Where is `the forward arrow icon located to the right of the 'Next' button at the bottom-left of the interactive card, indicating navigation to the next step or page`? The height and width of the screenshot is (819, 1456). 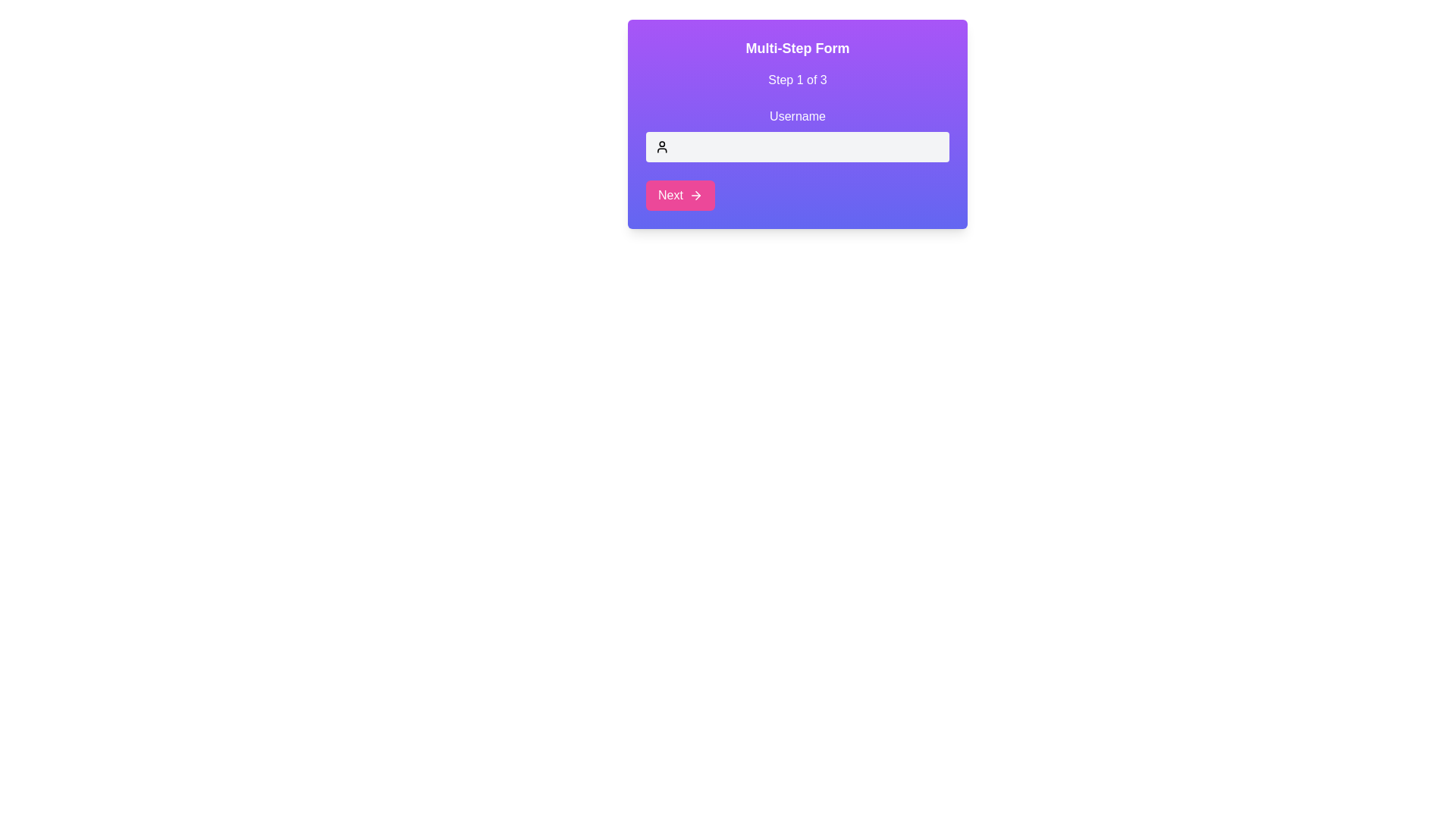 the forward arrow icon located to the right of the 'Next' button at the bottom-left of the interactive card, indicating navigation to the next step or page is located at coordinates (697, 195).